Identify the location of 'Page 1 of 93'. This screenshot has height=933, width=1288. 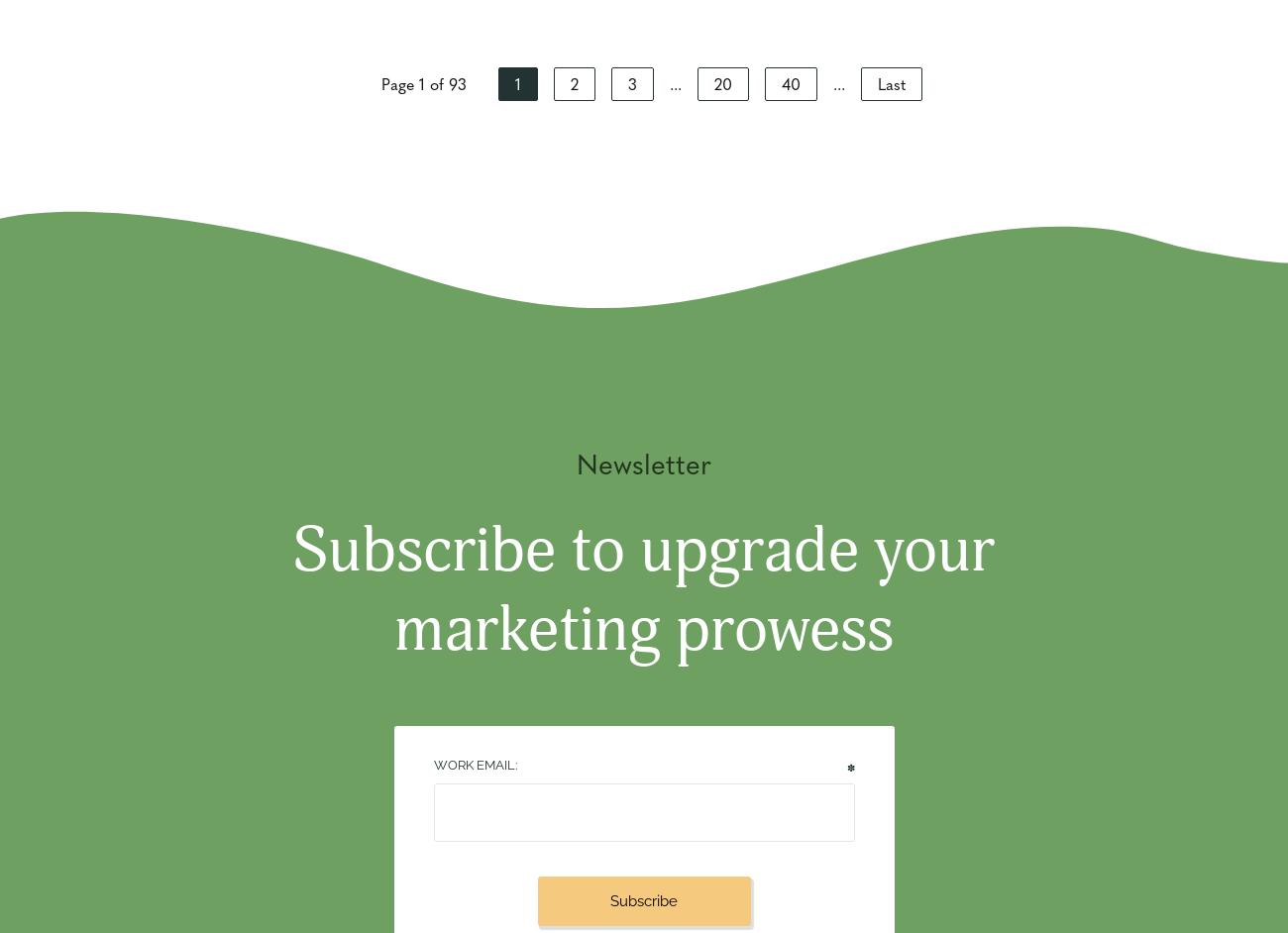
(381, 82).